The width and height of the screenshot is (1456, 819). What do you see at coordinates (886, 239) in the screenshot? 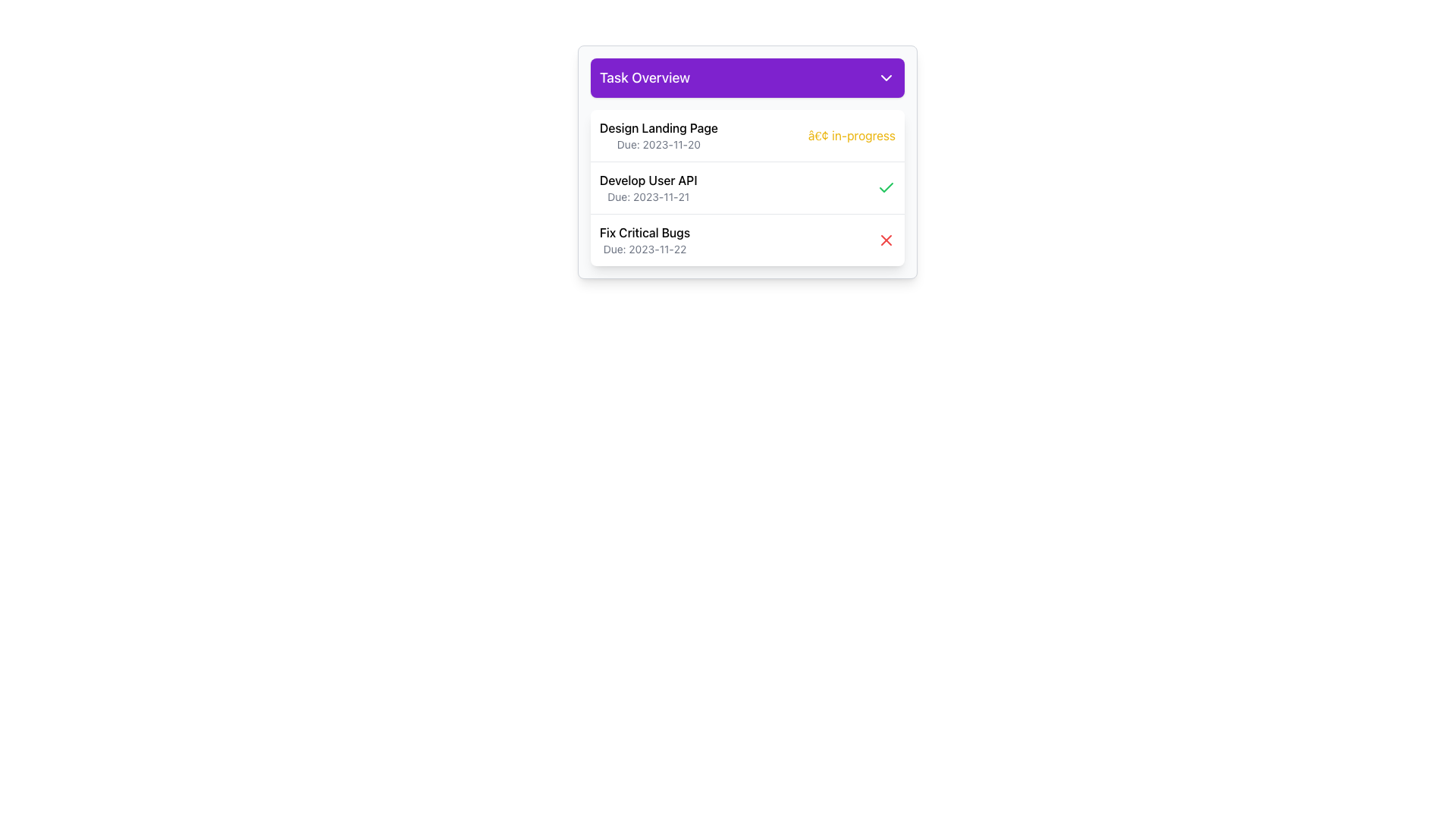
I see `the red cross (X) button located on the right side of the task list` at bounding box center [886, 239].